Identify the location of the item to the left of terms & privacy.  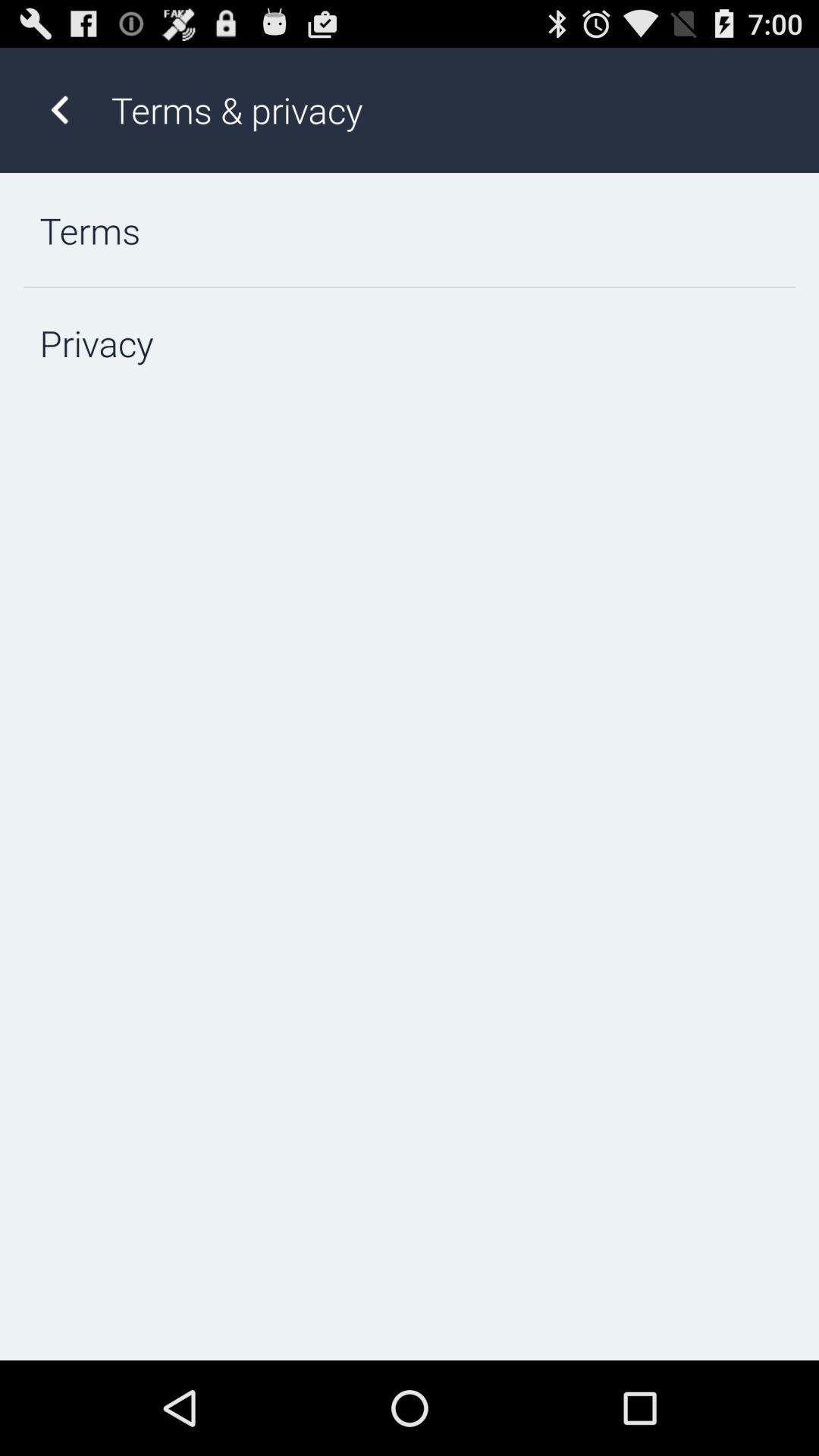
(58, 109).